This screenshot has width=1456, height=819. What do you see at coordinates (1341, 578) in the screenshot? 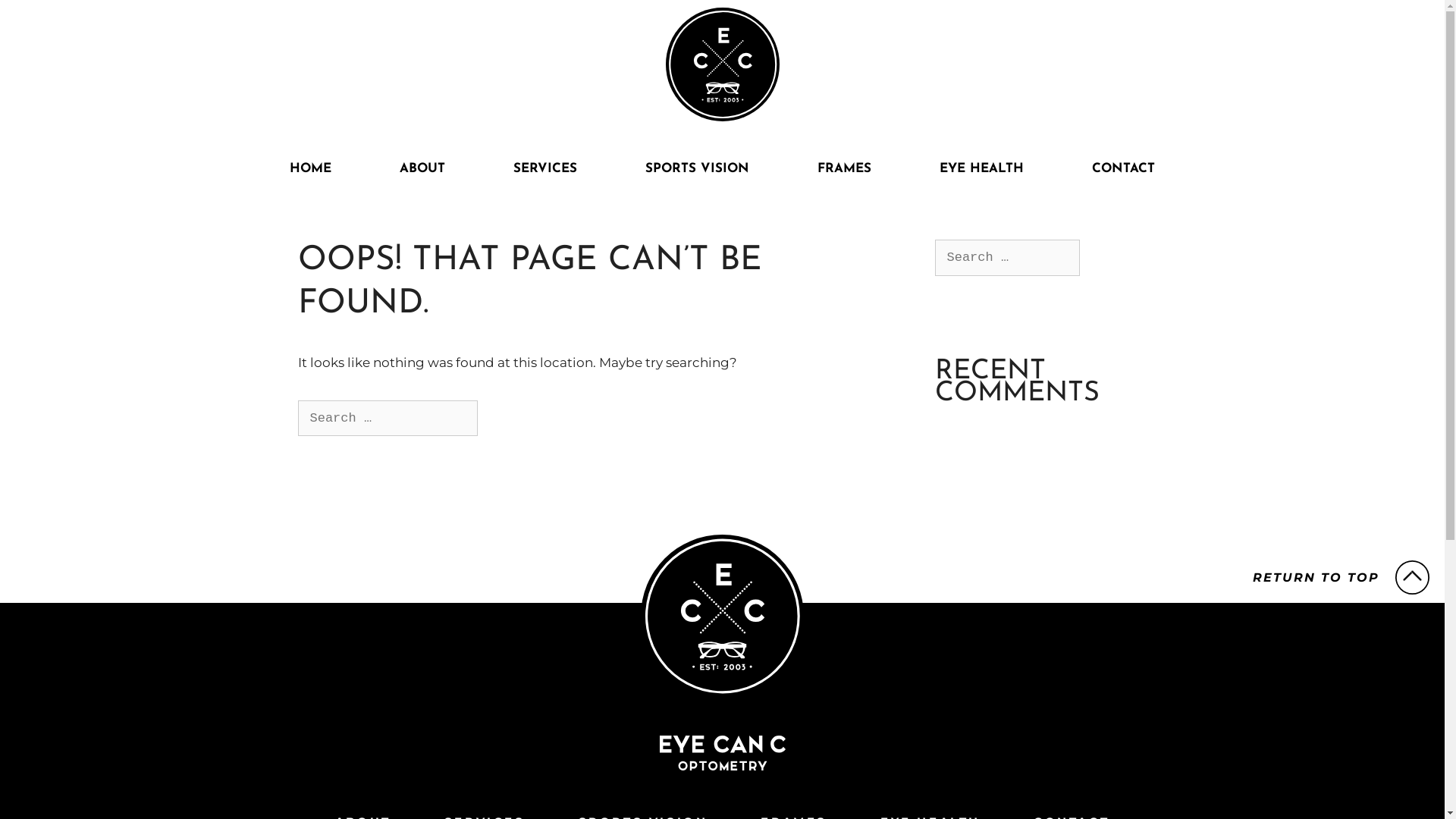
I see `'RETURN TO TOP'` at bounding box center [1341, 578].